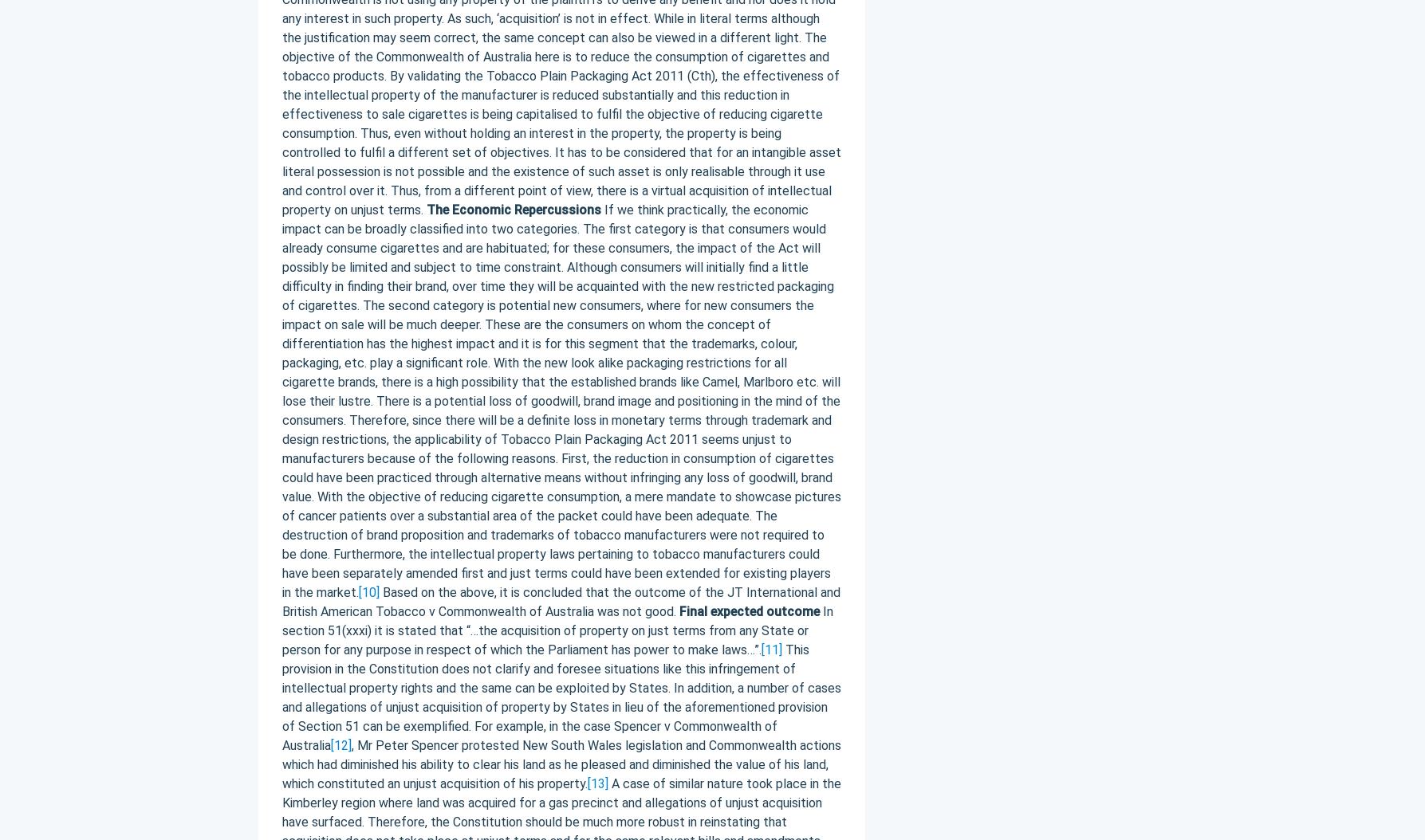 Image resolution: width=1425 pixels, height=840 pixels. Describe the element at coordinates (748, 610) in the screenshot. I see `'Final expected outcome'` at that location.